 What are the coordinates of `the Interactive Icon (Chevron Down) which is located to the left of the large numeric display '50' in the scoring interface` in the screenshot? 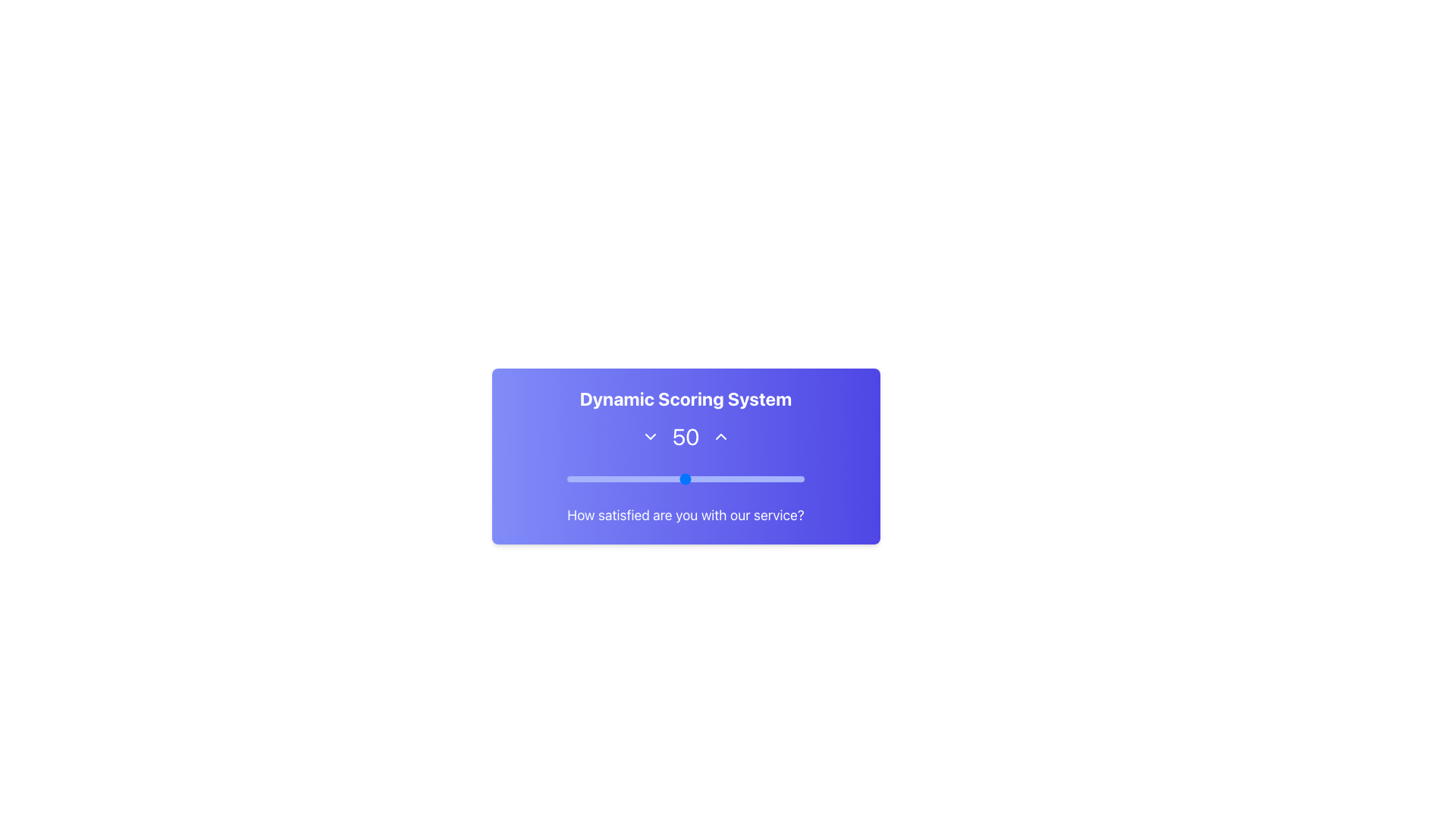 It's located at (651, 436).